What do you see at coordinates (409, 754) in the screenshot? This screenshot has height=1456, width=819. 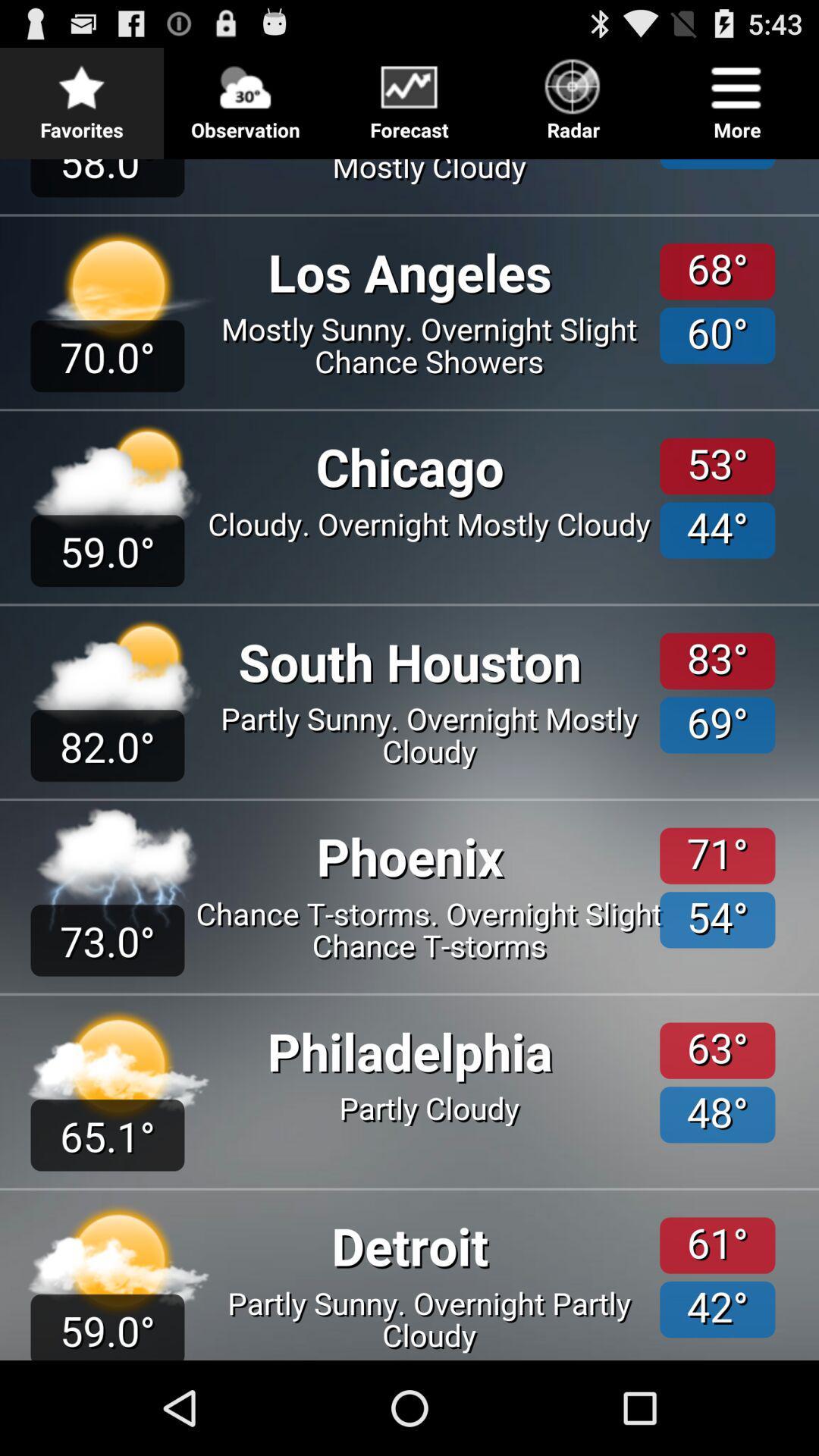 I see `get the forecast` at bounding box center [409, 754].